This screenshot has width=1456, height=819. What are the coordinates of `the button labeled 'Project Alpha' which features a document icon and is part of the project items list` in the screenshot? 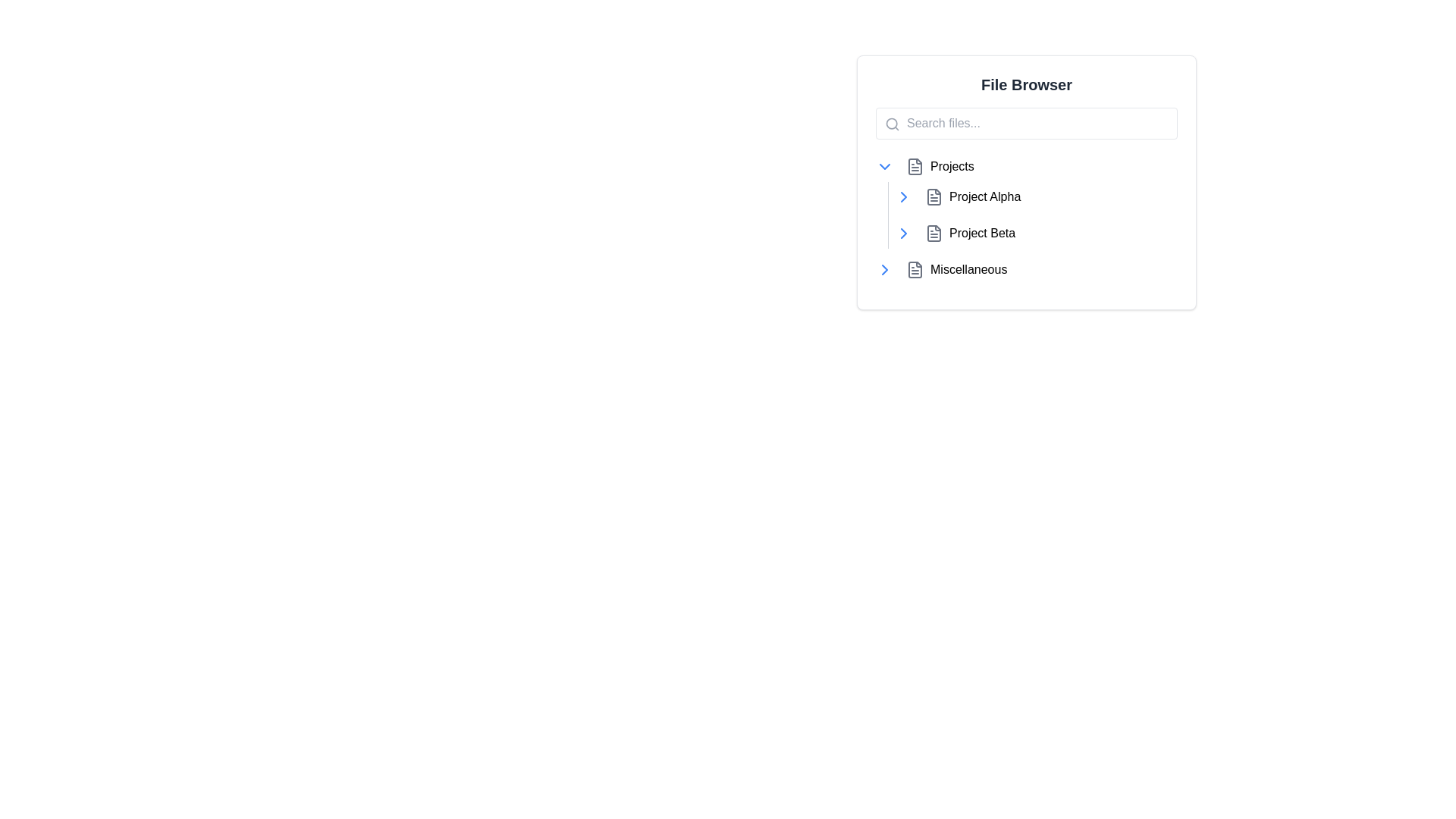 It's located at (973, 196).